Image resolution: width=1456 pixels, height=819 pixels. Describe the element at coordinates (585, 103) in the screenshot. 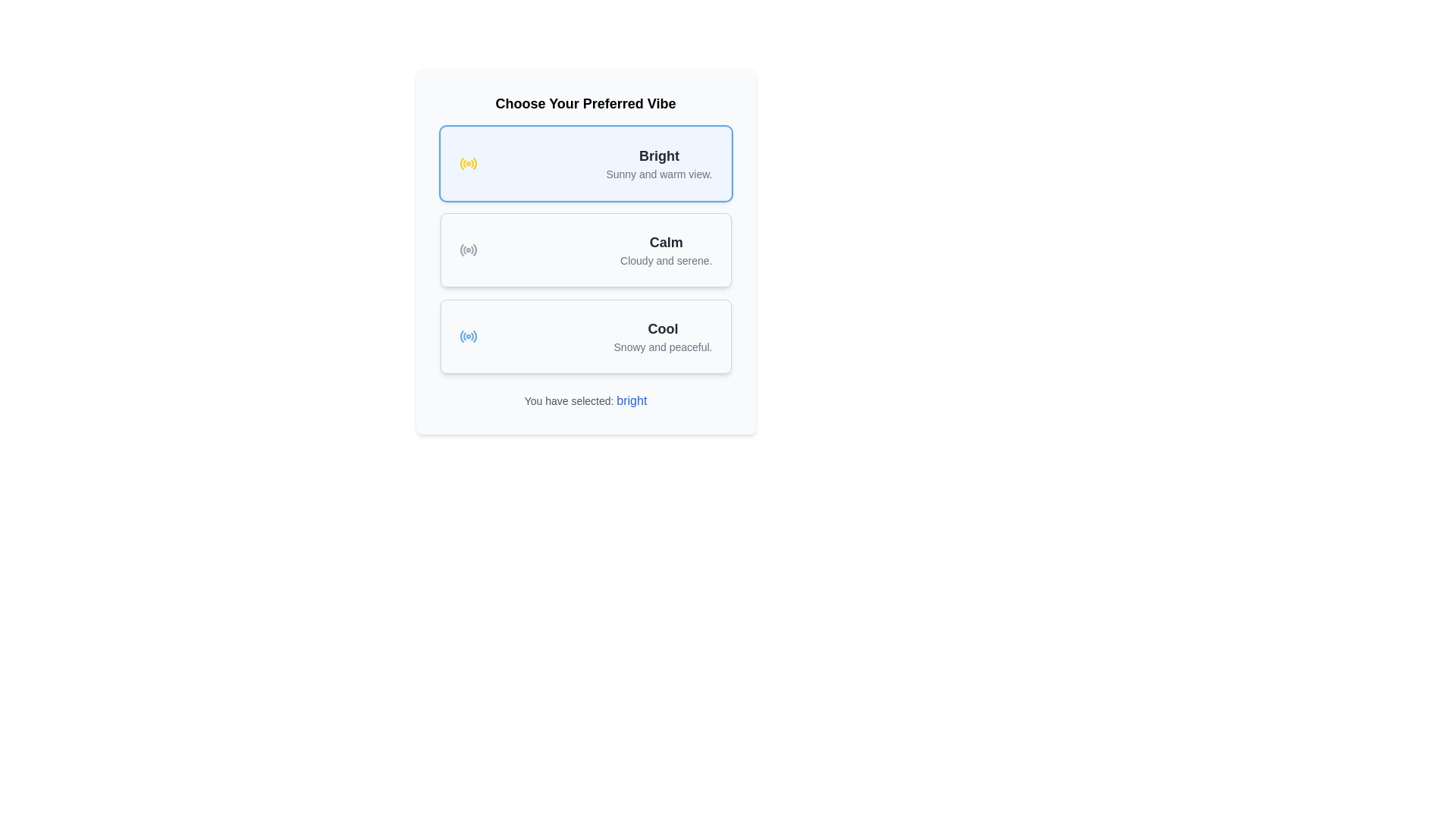

I see `the Header text, which serves as the title or heading for the section, indicating the selection theme for the user` at that location.